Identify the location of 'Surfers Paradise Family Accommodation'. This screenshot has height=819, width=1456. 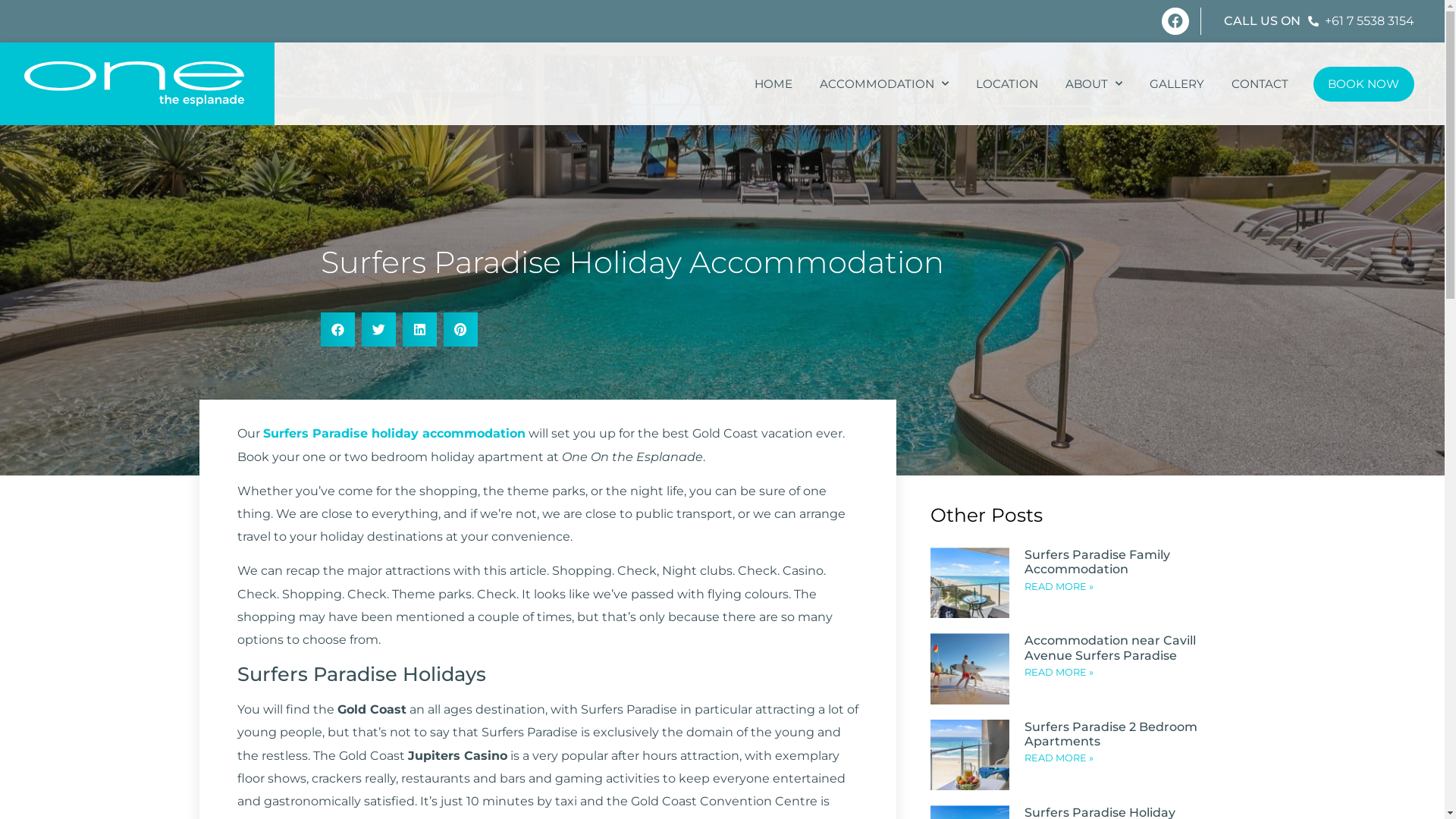
(1097, 561).